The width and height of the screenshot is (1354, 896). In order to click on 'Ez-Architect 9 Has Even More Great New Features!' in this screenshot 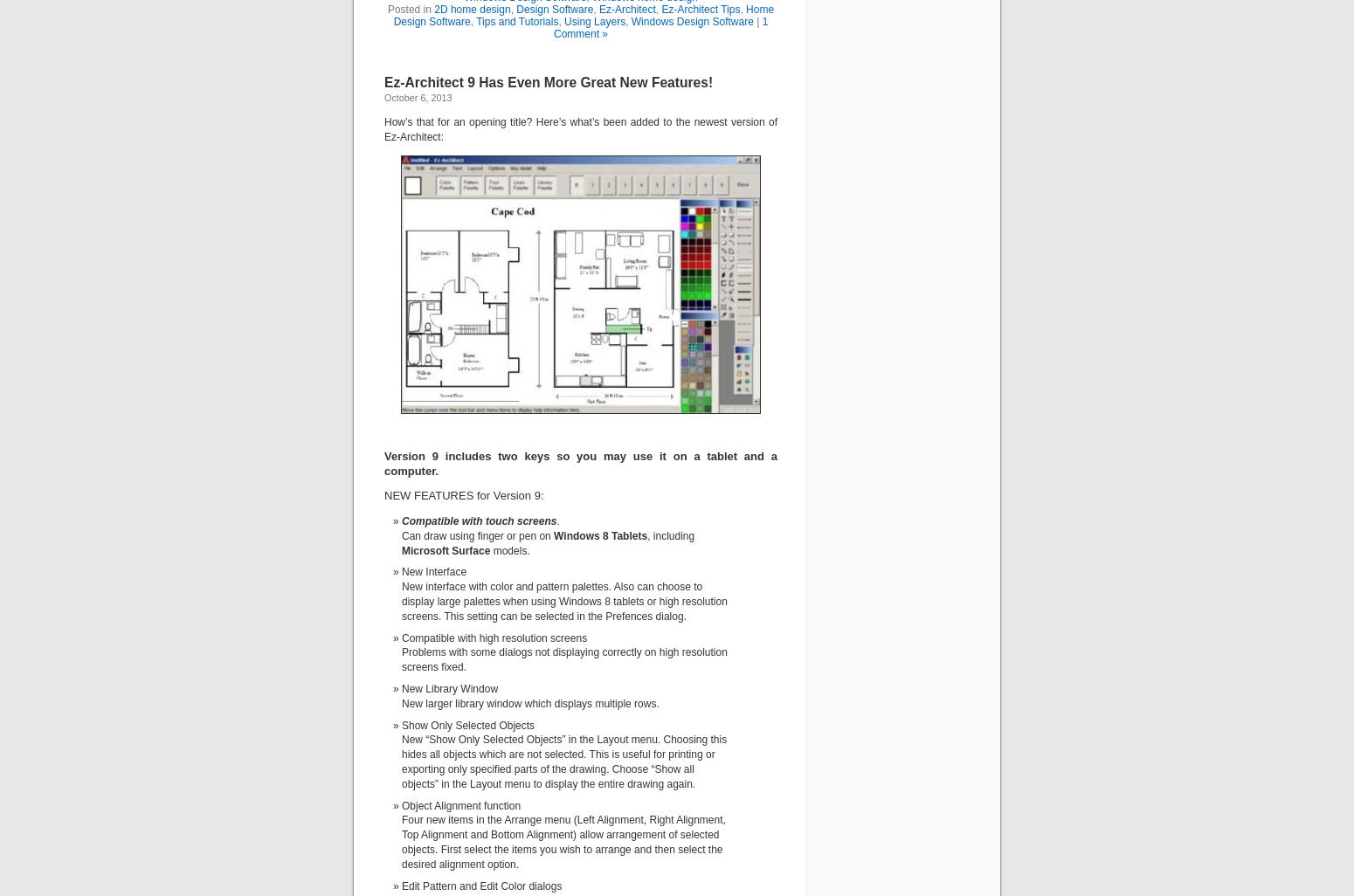, I will do `click(548, 81)`.